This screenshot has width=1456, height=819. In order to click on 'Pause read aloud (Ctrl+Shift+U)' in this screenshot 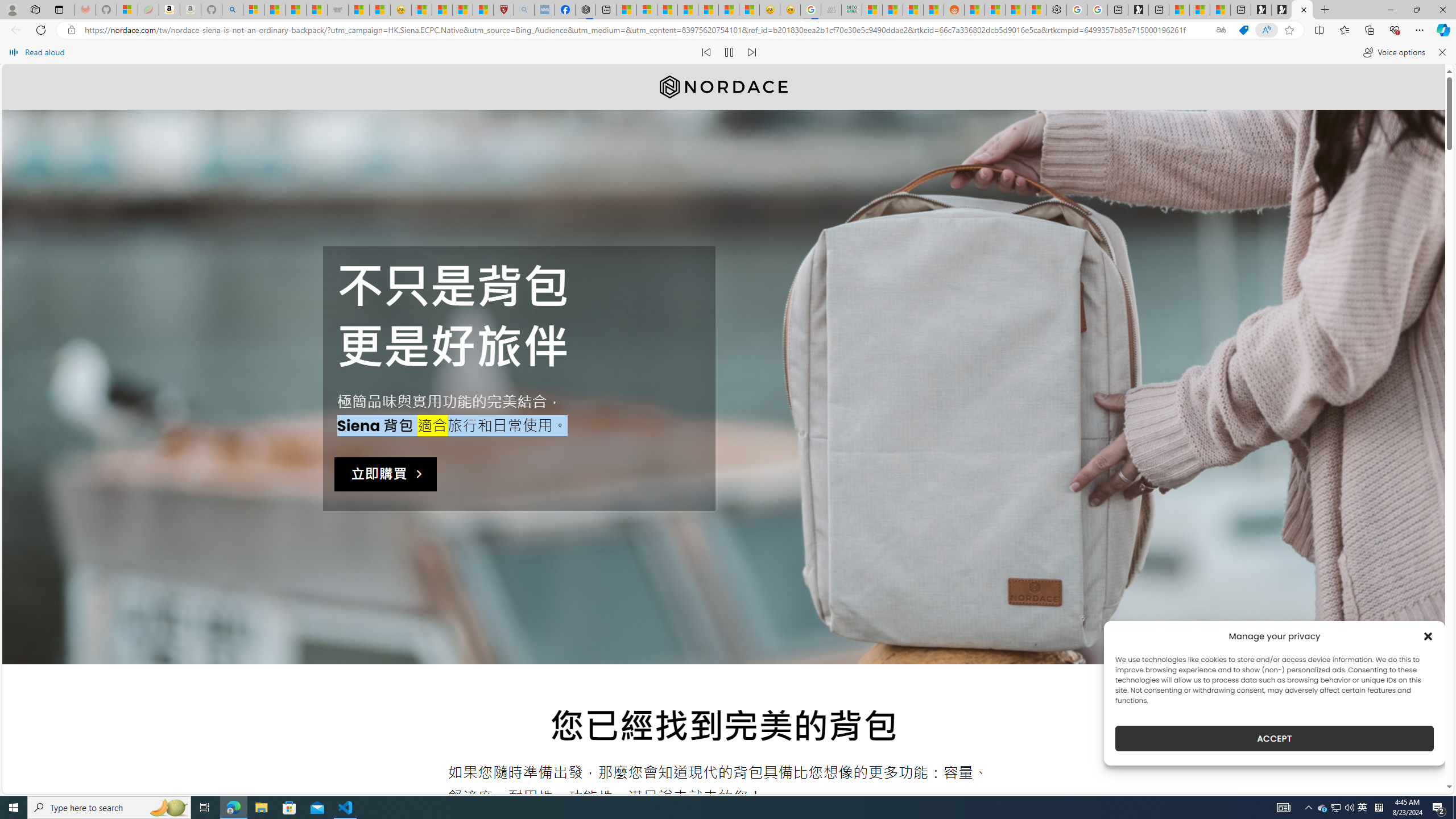, I will do `click(729, 52)`.